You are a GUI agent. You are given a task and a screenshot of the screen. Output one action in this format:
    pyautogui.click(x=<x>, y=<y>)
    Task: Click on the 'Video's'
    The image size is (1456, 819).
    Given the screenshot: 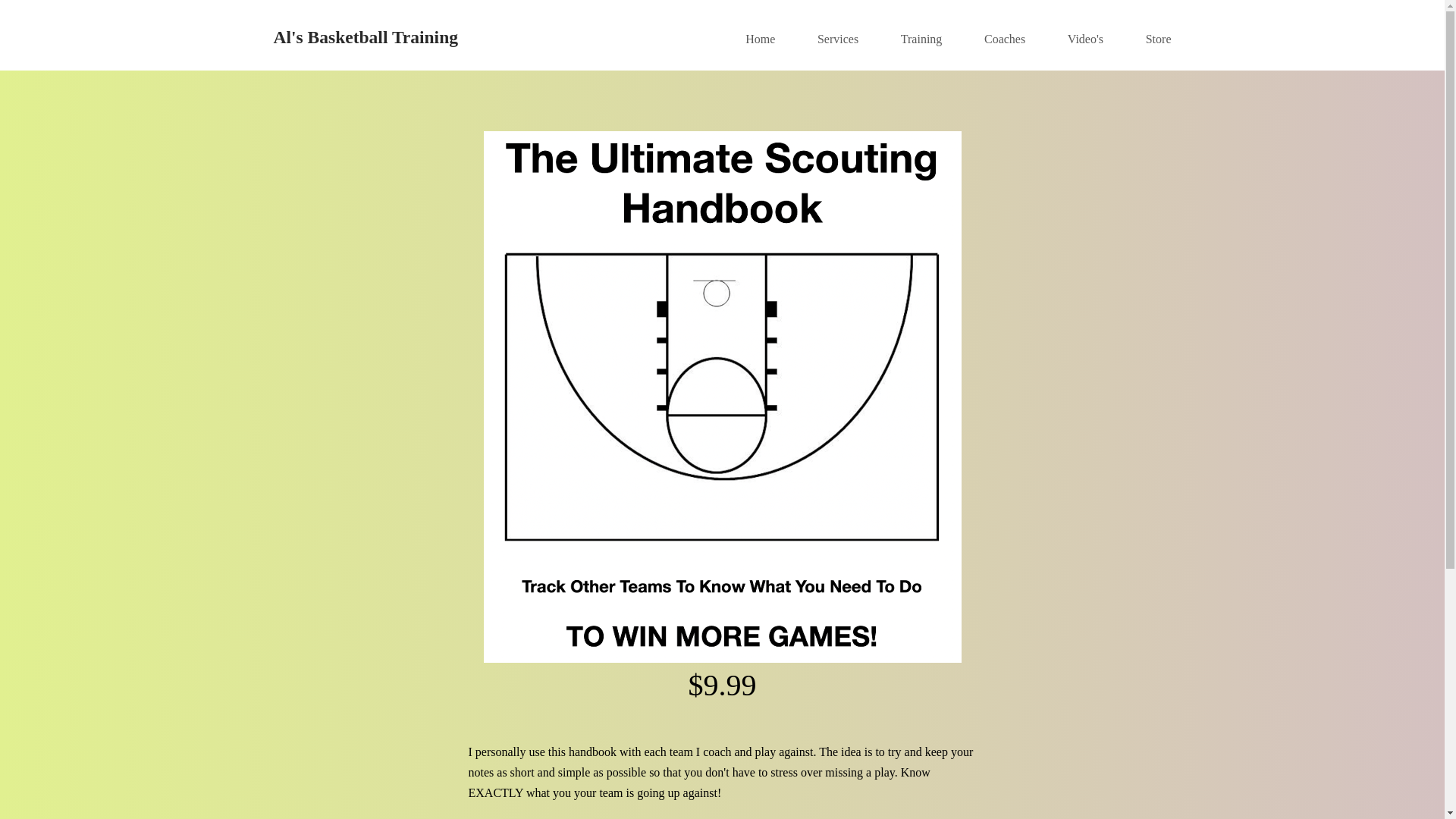 What is the action you would take?
    pyautogui.click(x=1066, y=38)
    